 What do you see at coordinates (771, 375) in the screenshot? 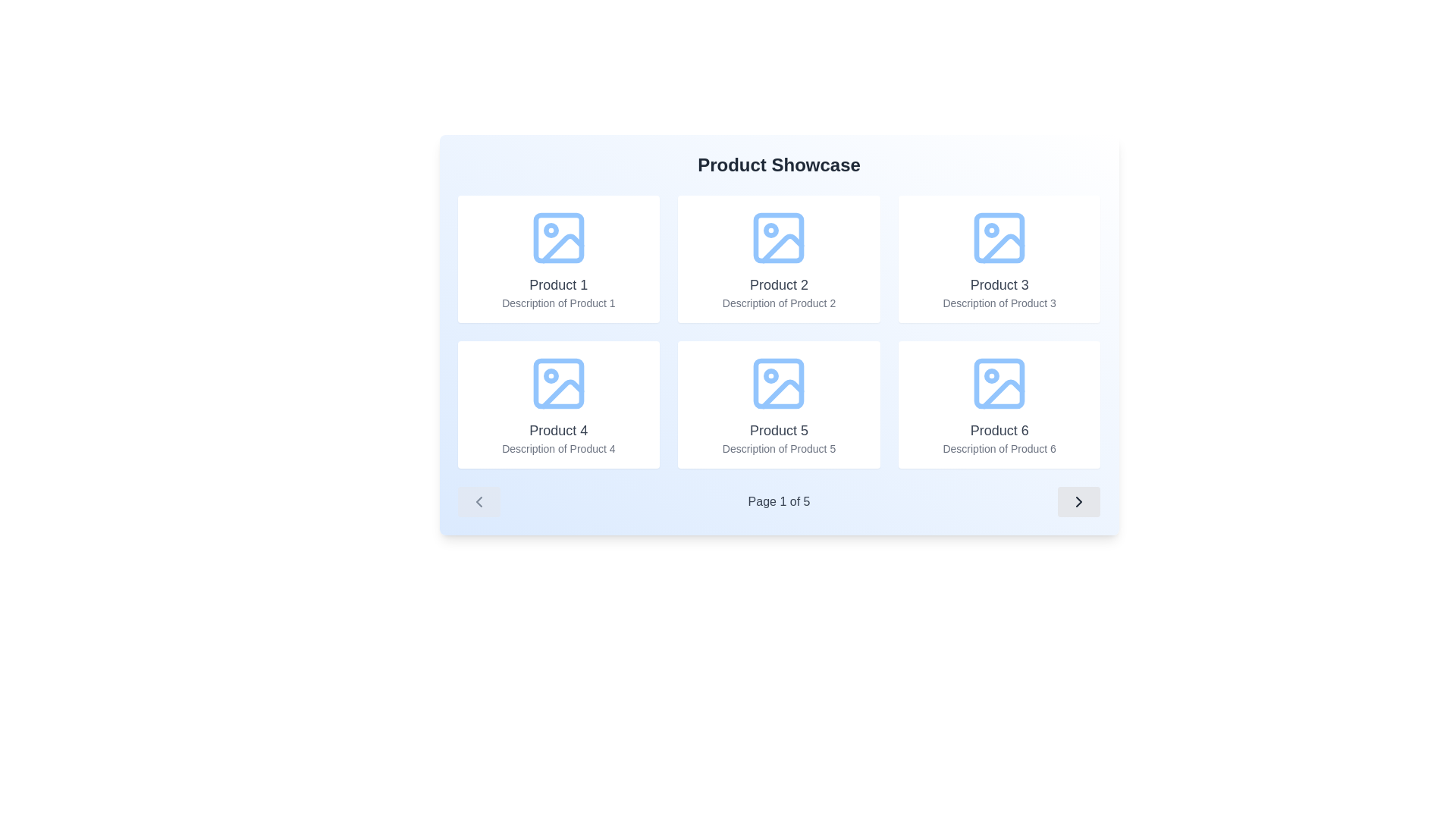
I see `the graphical marker inside the fifth image icon in the 2x3 grid layout, located in the center of the second row and third column, which signifies selection or notification for Product 5` at bounding box center [771, 375].